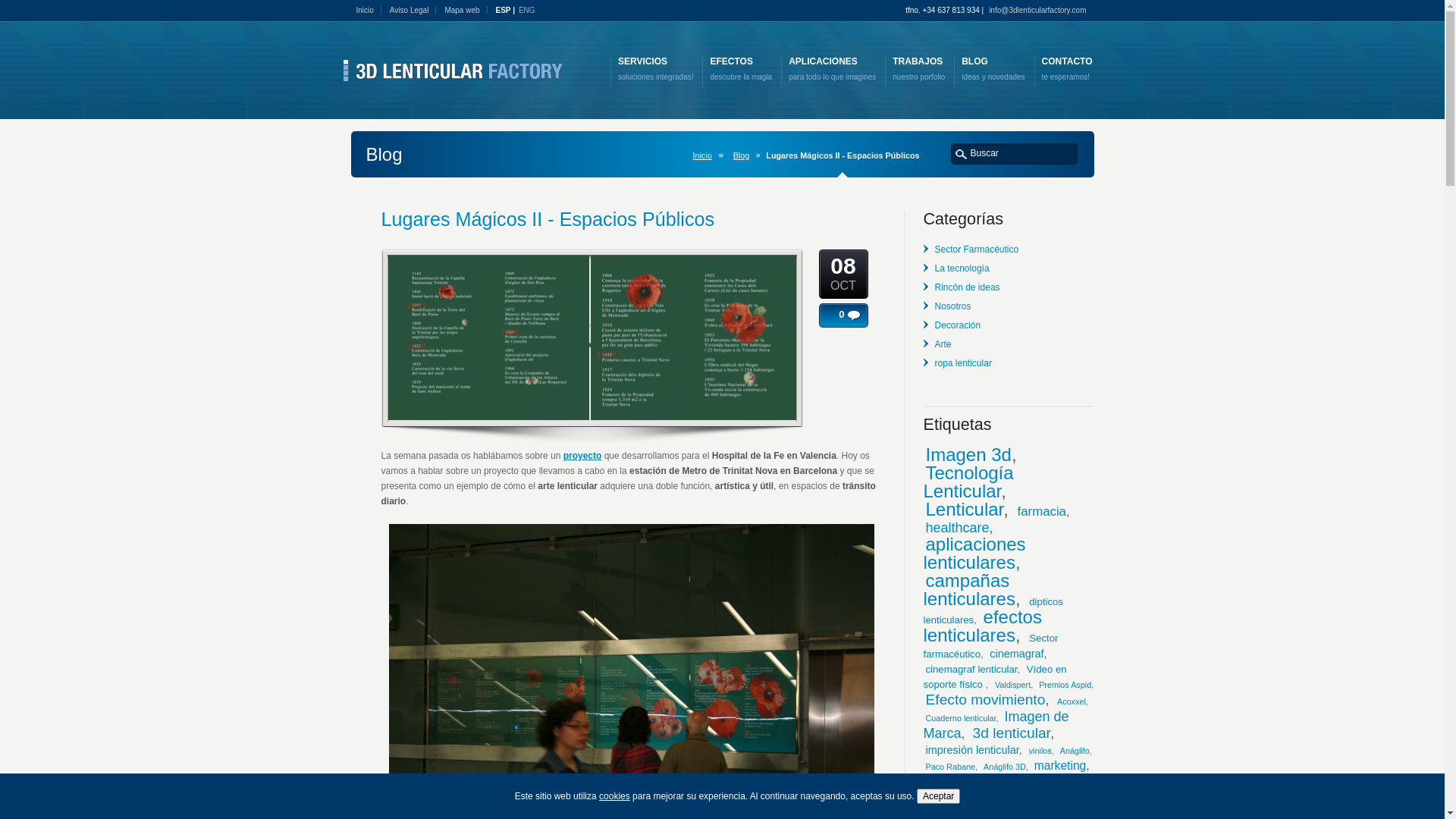  What do you see at coordinates (1056, 701) in the screenshot?
I see `'Acoxxel'` at bounding box center [1056, 701].